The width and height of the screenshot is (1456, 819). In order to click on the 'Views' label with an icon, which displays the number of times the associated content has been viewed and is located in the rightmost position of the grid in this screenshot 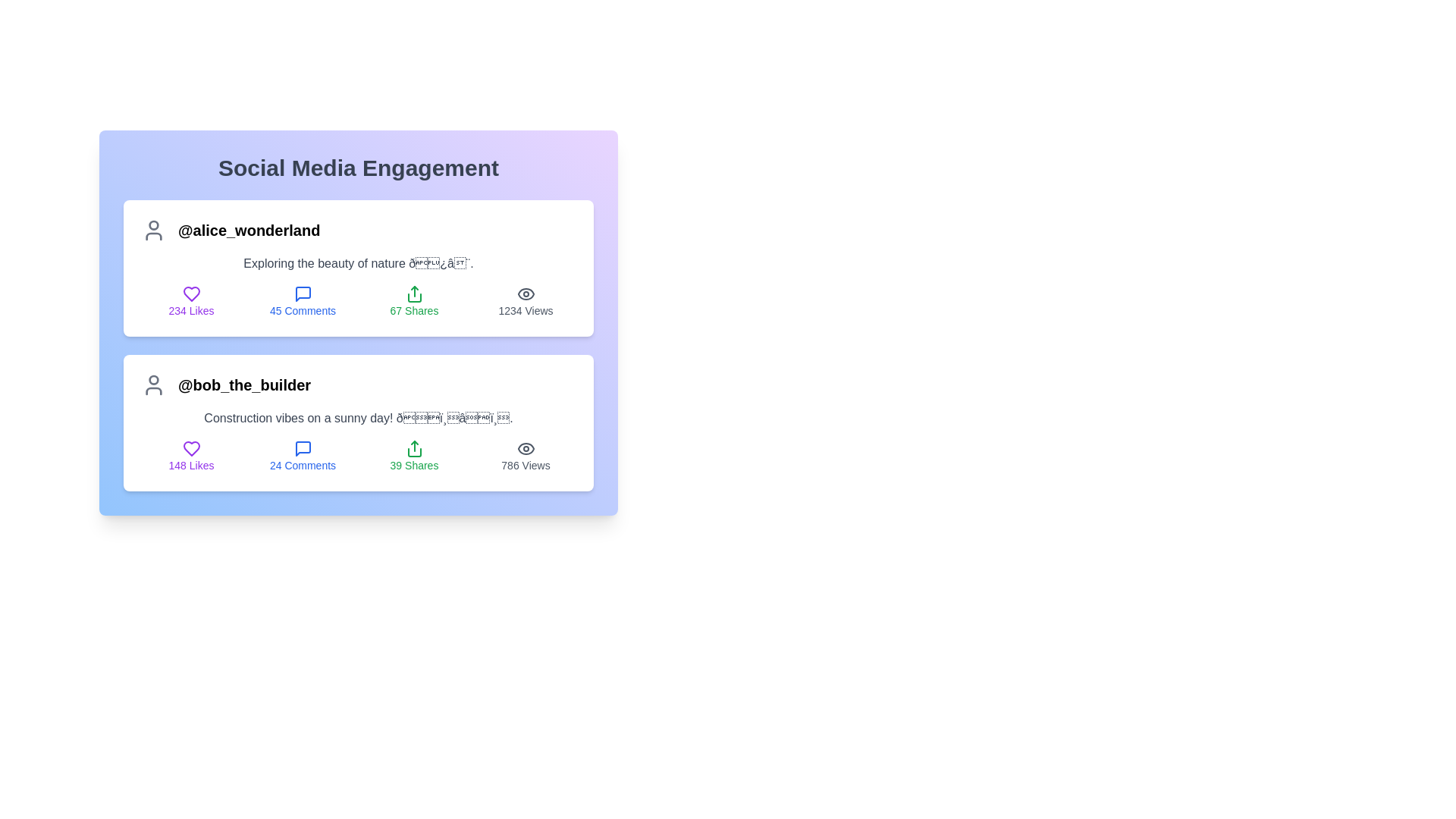, I will do `click(526, 301)`.